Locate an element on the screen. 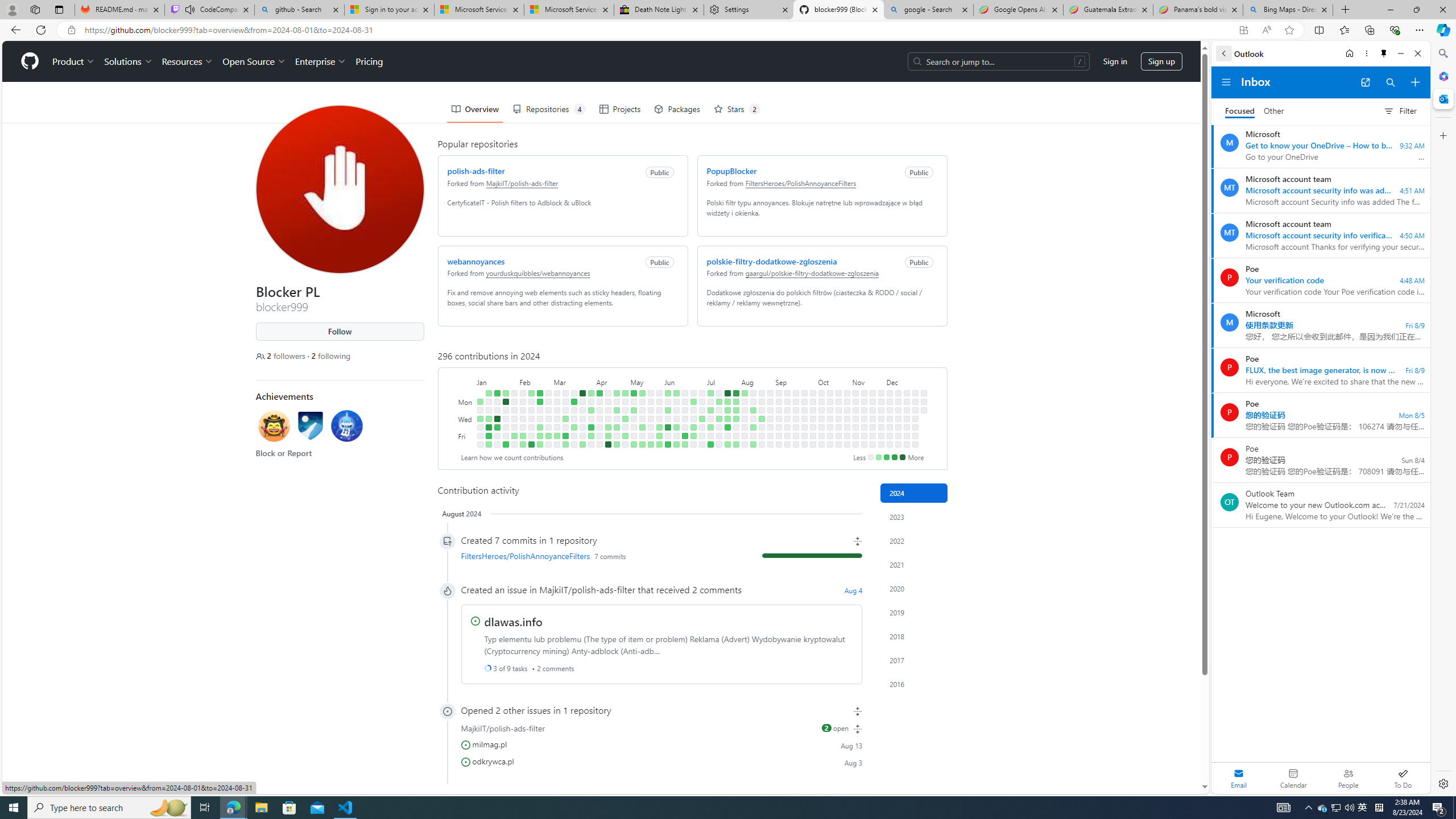 This screenshot has height=819, width=1456. 'No contributions on August 28th.' is located at coordinates (770, 418).